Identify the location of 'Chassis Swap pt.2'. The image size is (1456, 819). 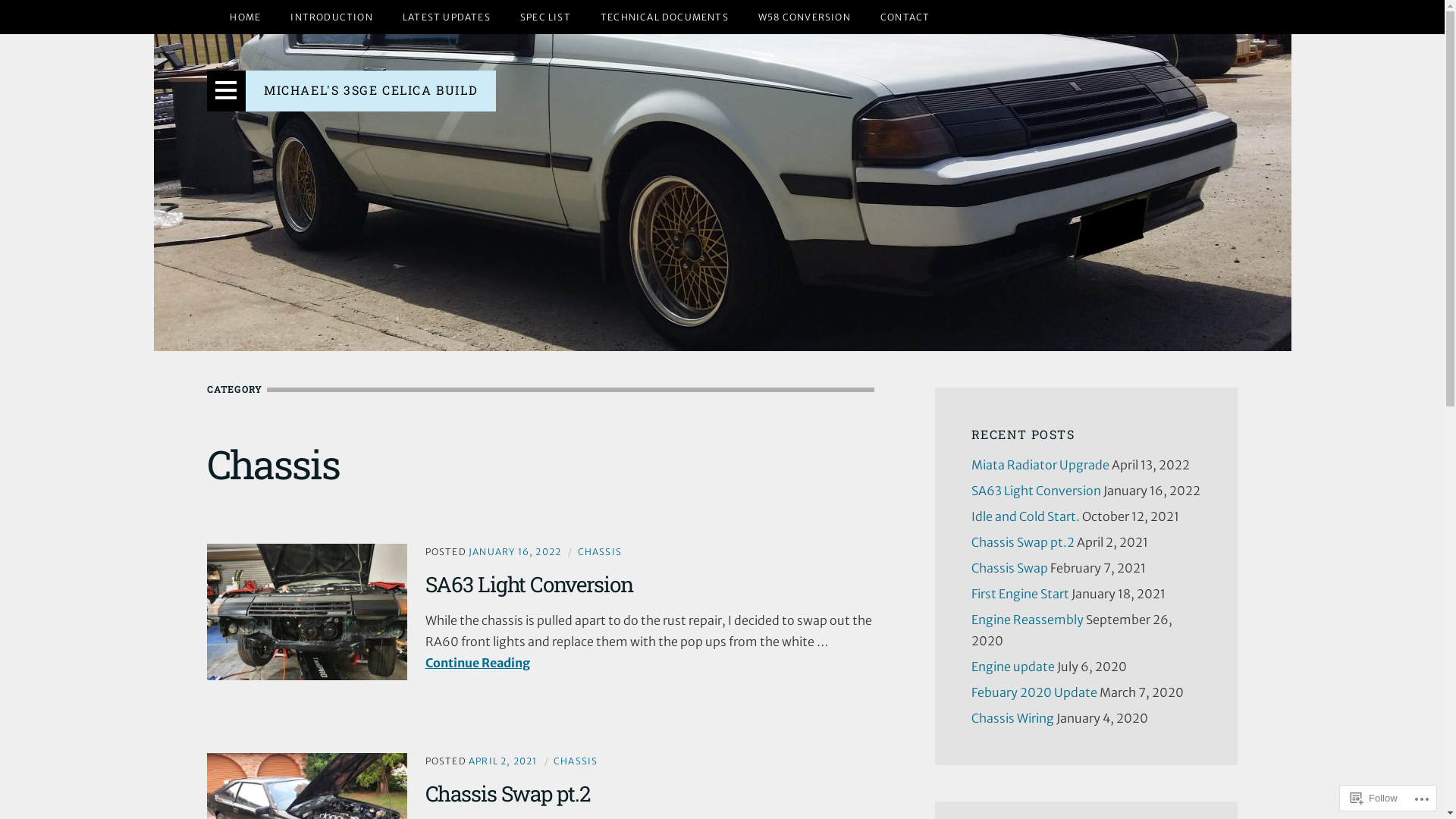
(507, 792).